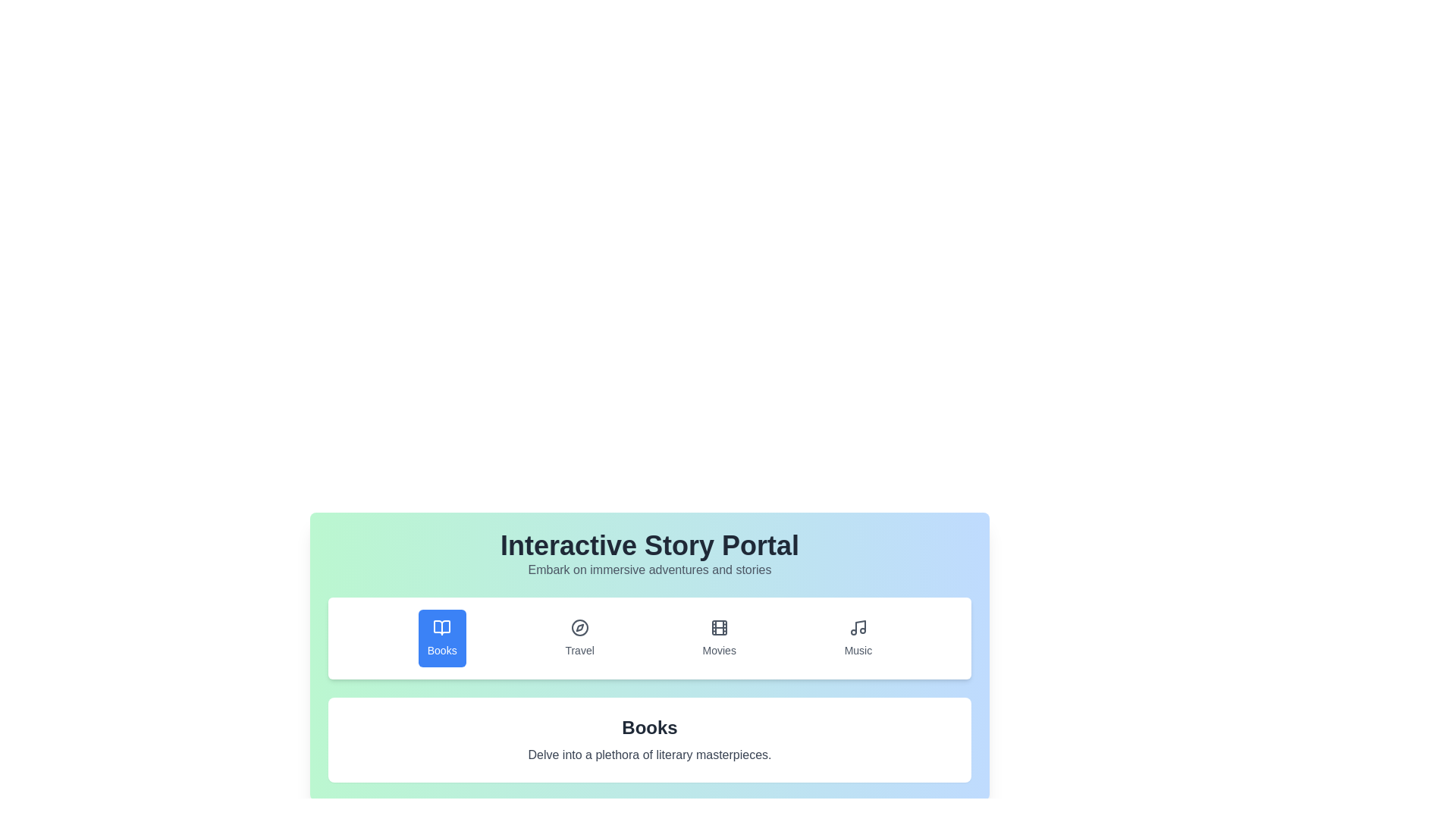  What do you see at coordinates (650, 546) in the screenshot?
I see `the main heading of the 'Interactive Story Portal', which is centrally located at the top section of the interface, above the subtitle text` at bounding box center [650, 546].